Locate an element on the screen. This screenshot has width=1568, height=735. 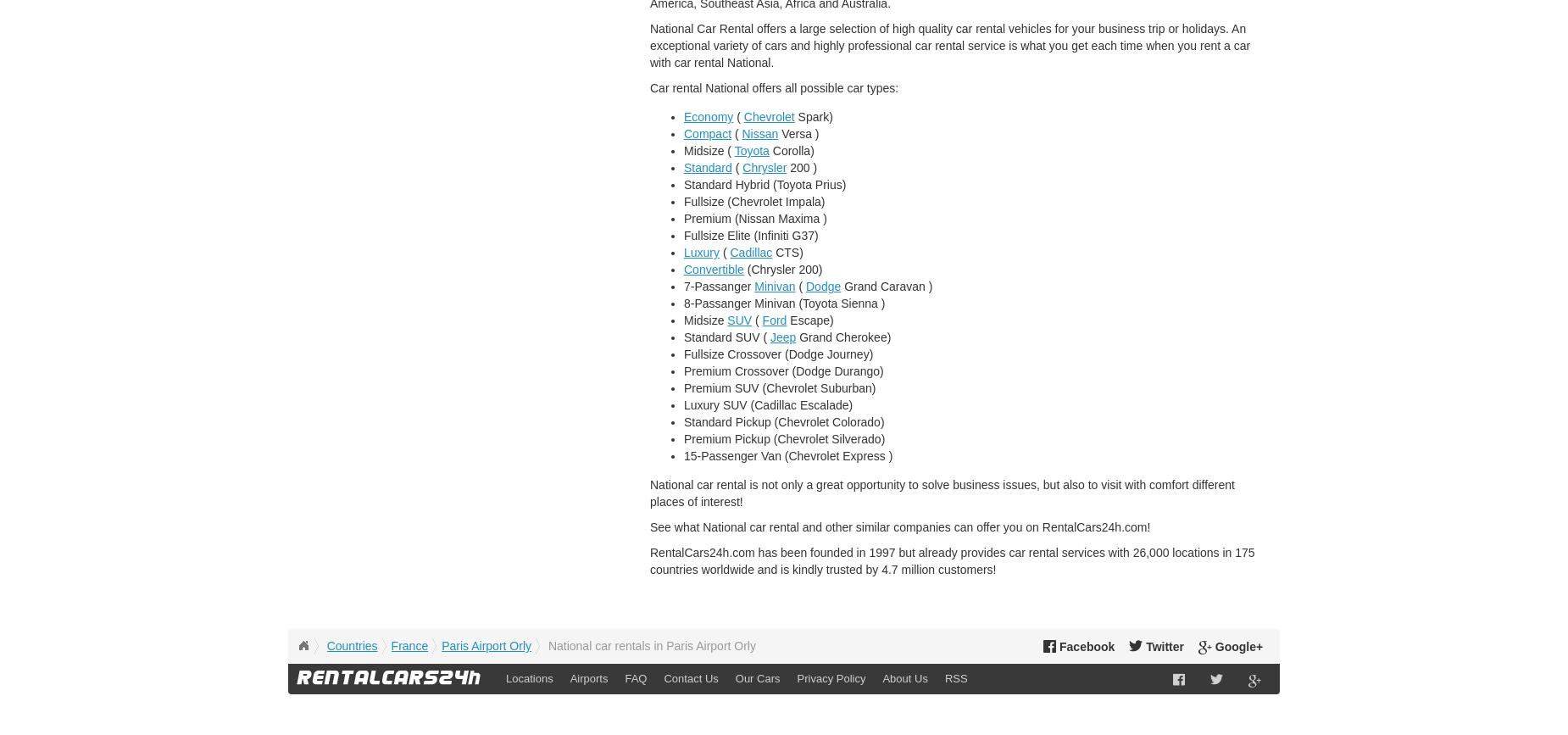
'Premium Crossover (Dodge Durango)' is located at coordinates (783, 370).